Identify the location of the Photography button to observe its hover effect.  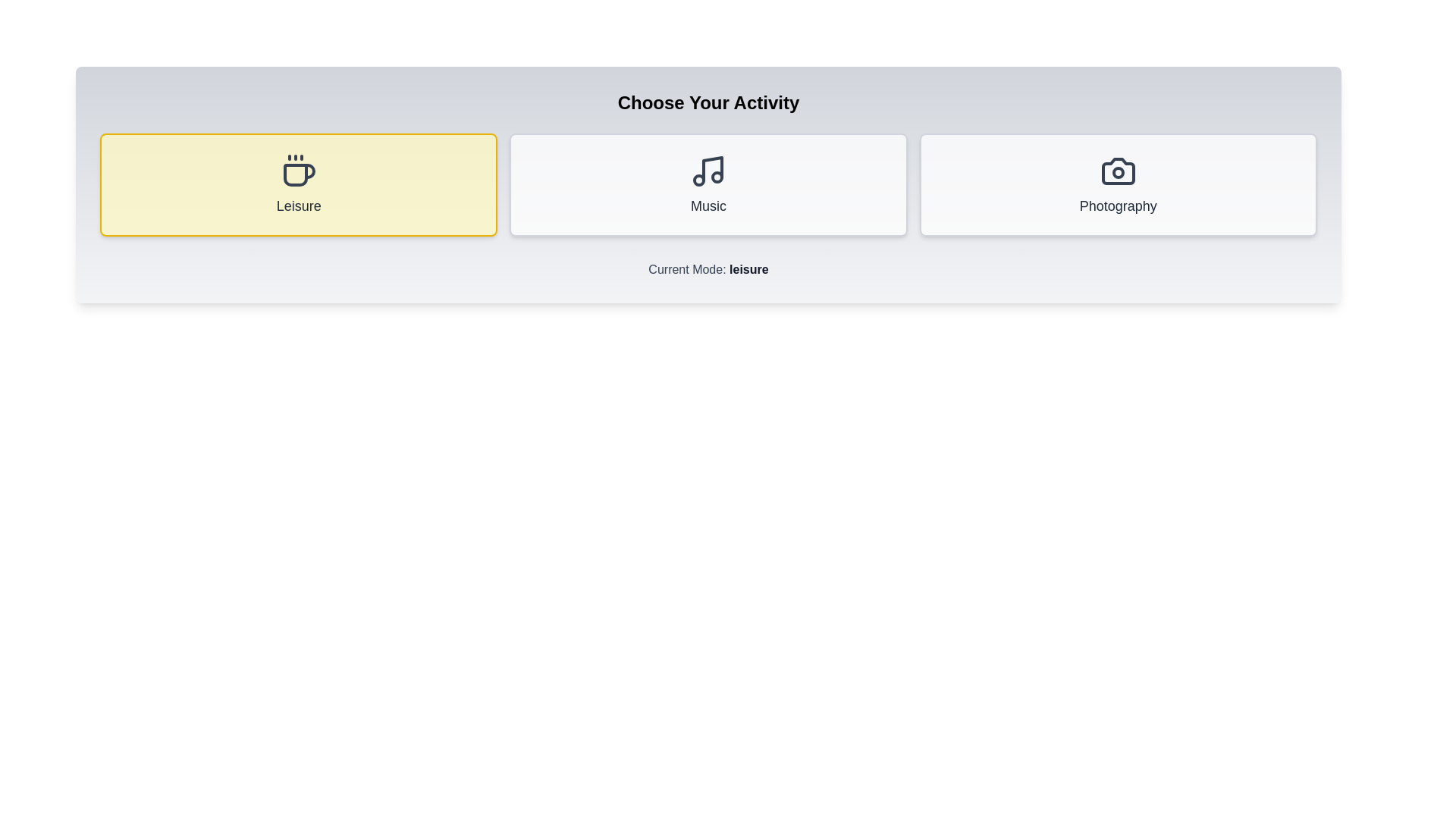
(1117, 184).